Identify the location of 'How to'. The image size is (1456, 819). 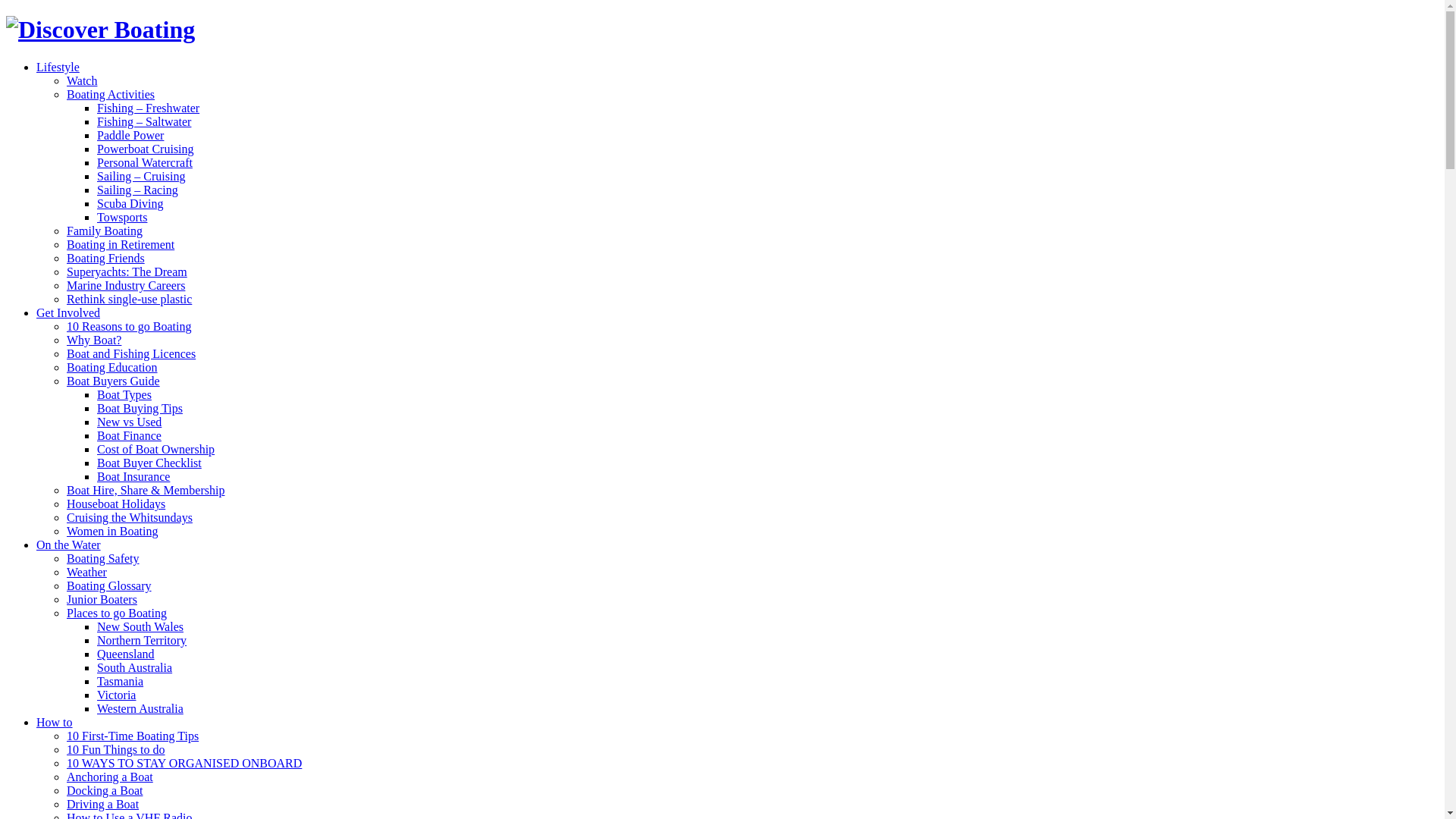
(55, 721).